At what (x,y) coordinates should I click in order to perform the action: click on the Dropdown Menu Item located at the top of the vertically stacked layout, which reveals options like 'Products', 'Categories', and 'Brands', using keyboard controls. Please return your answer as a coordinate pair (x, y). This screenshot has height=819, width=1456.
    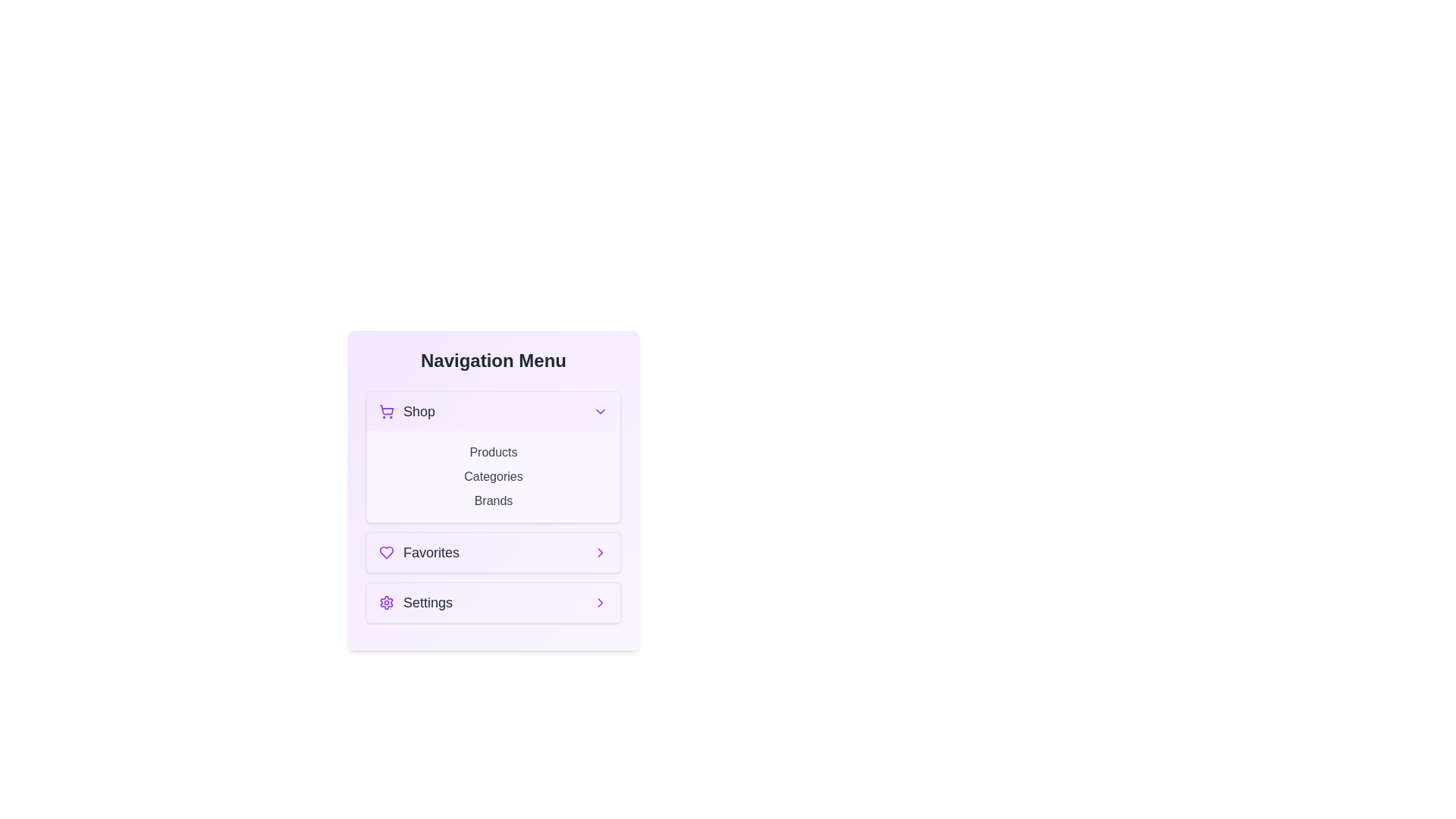
    Looking at the image, I should click on (494, 412).